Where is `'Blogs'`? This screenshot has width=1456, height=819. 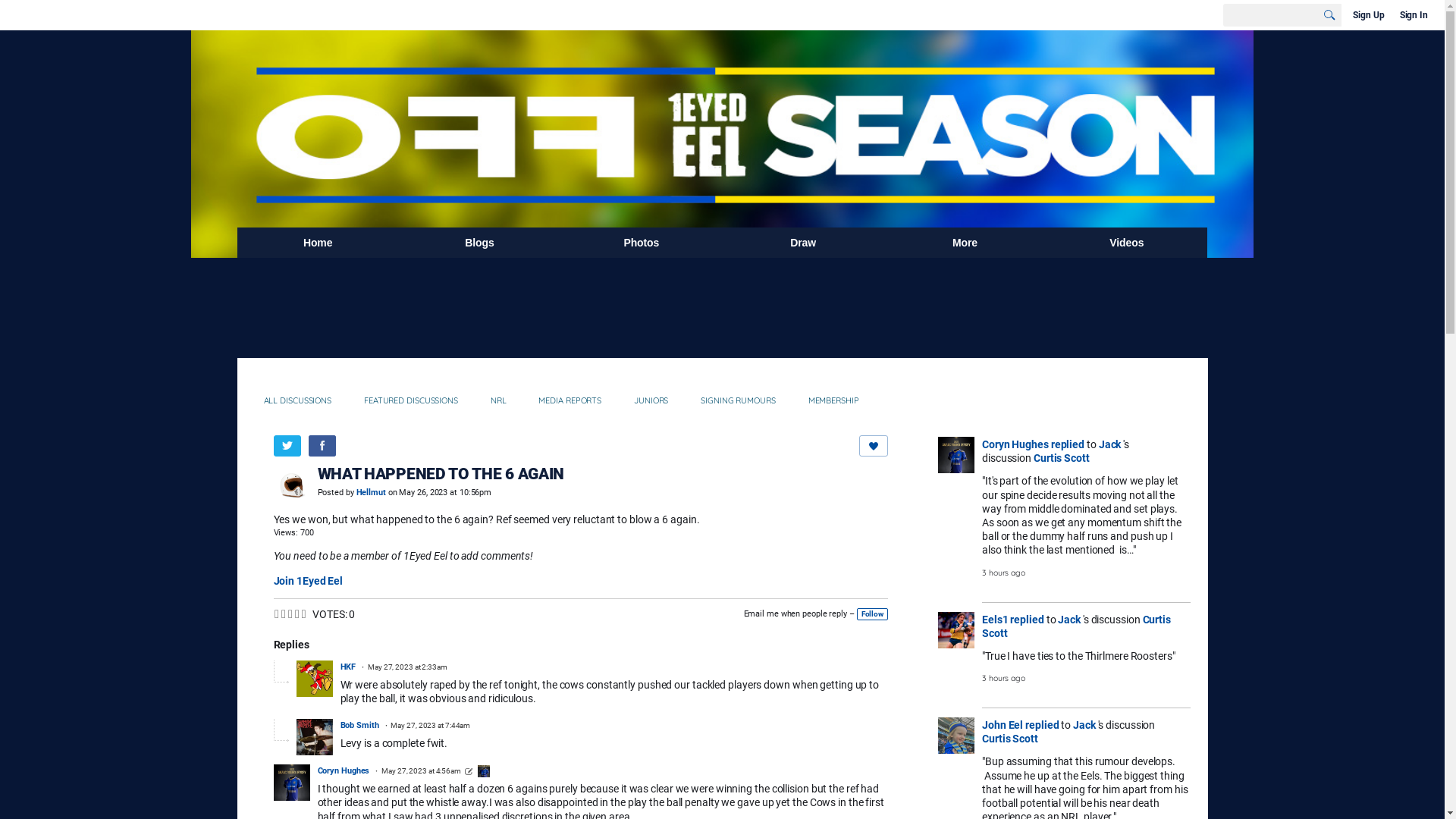
'Blogs' is located at coordinates (479, 242).